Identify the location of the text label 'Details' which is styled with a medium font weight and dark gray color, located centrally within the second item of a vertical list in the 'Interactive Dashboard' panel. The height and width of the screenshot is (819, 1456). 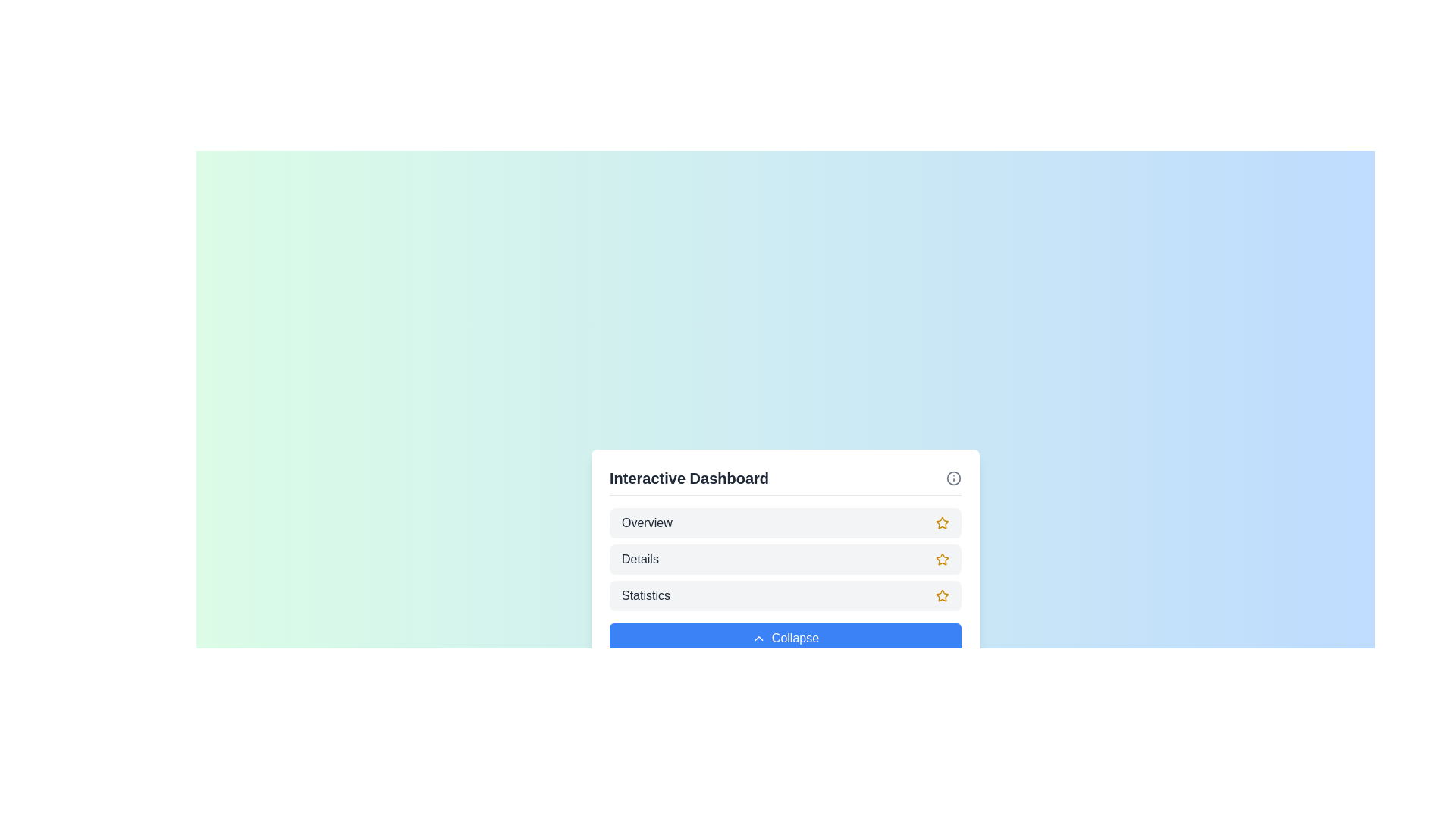
(640, 559).